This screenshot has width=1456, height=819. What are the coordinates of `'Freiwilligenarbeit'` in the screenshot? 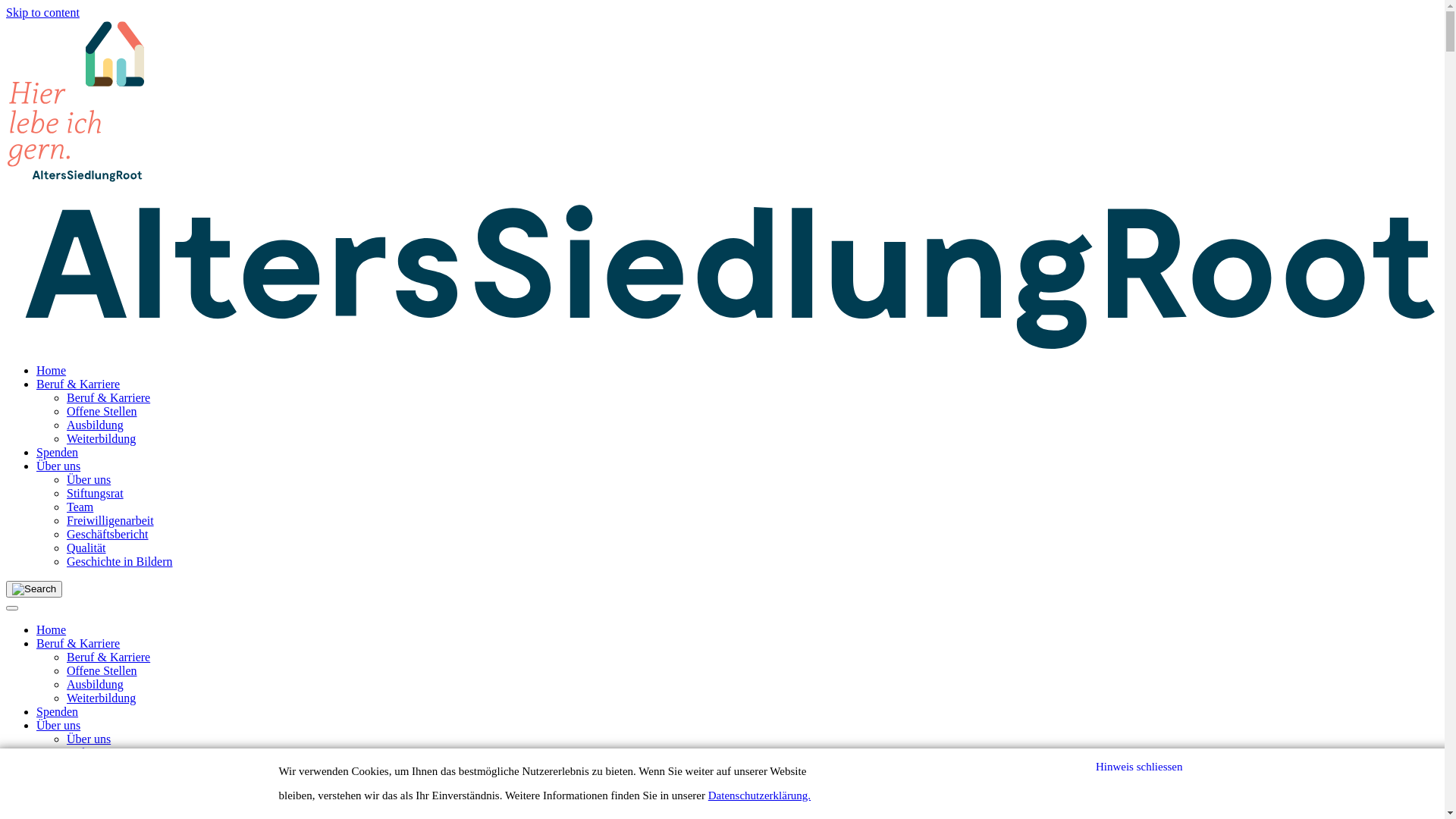 It's located at (109, 519).